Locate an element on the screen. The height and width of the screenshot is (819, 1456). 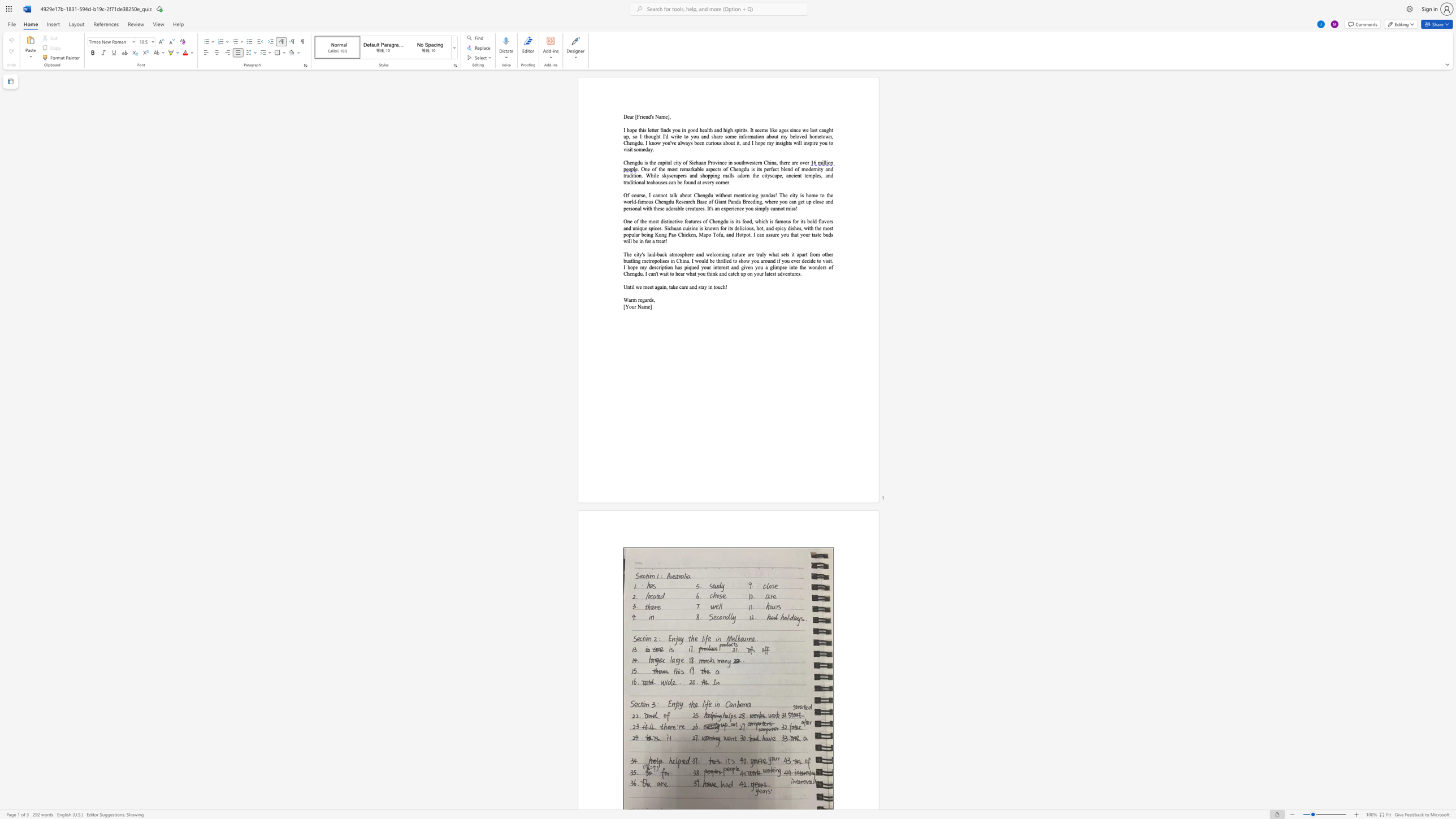
the subset text "ormation about my beloved hometow" within the text "write to you and share some information about my beloved hometown, Chengdu. I know" is located at coordinates (745, 136).